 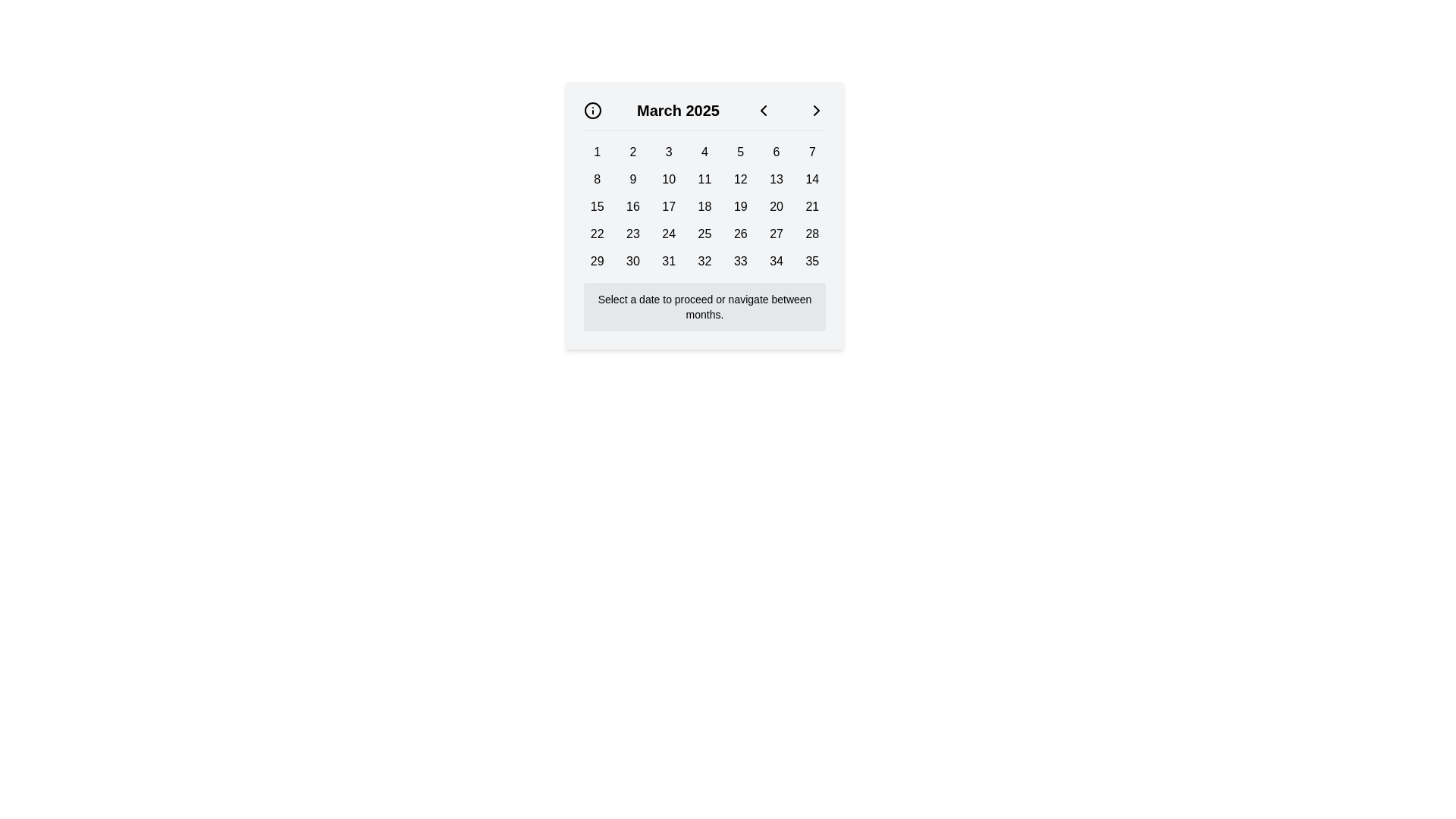 What do you see at coordinates (592, 110) in the screenshot?
I see `the circular outline icon located in the top-left corner of the calendar component, next to the current month text` at bounding box center [592, 110].